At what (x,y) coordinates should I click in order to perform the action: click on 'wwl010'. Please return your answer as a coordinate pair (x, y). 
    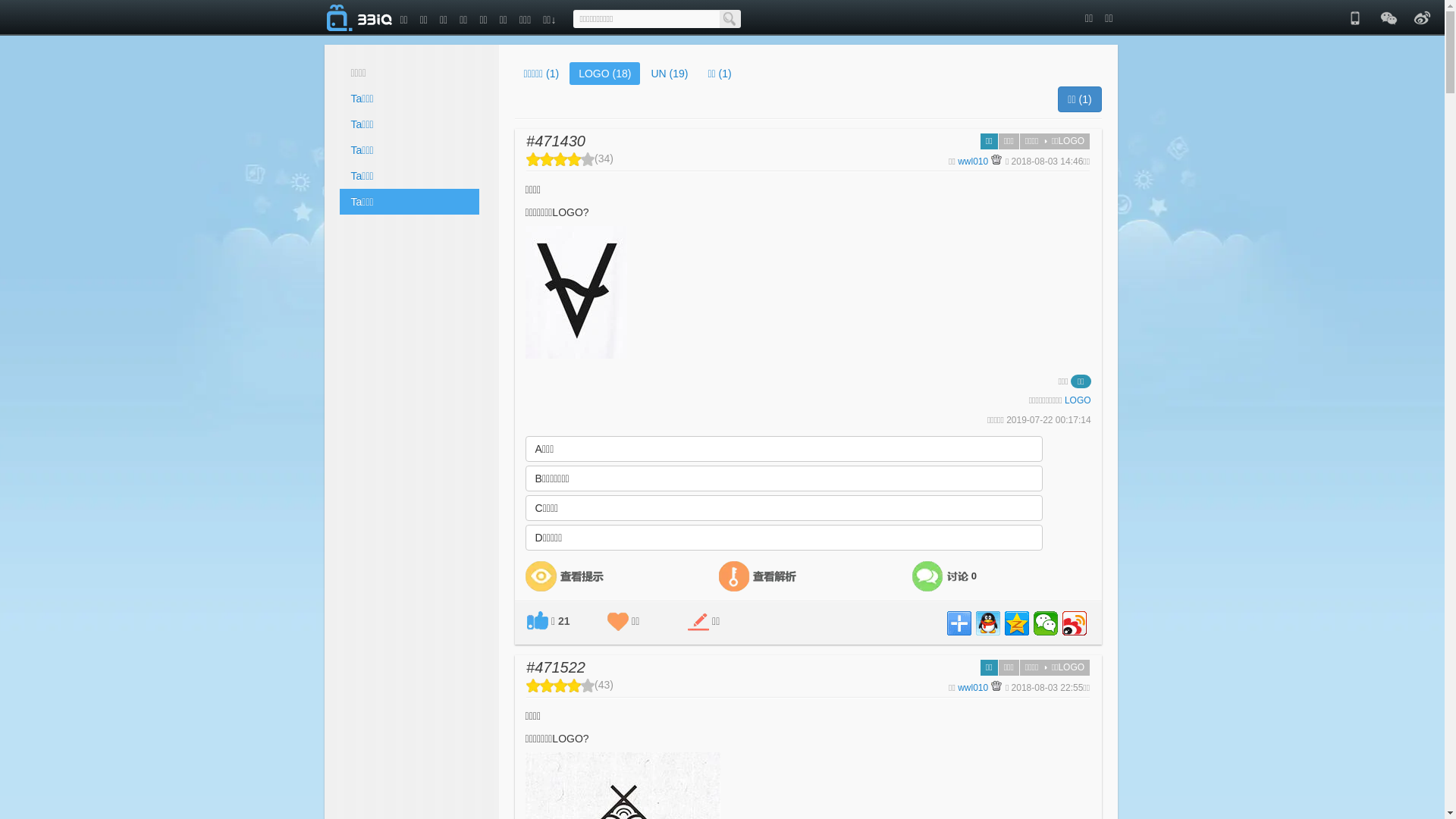
    Looking at the image, I should click on (972, 687).